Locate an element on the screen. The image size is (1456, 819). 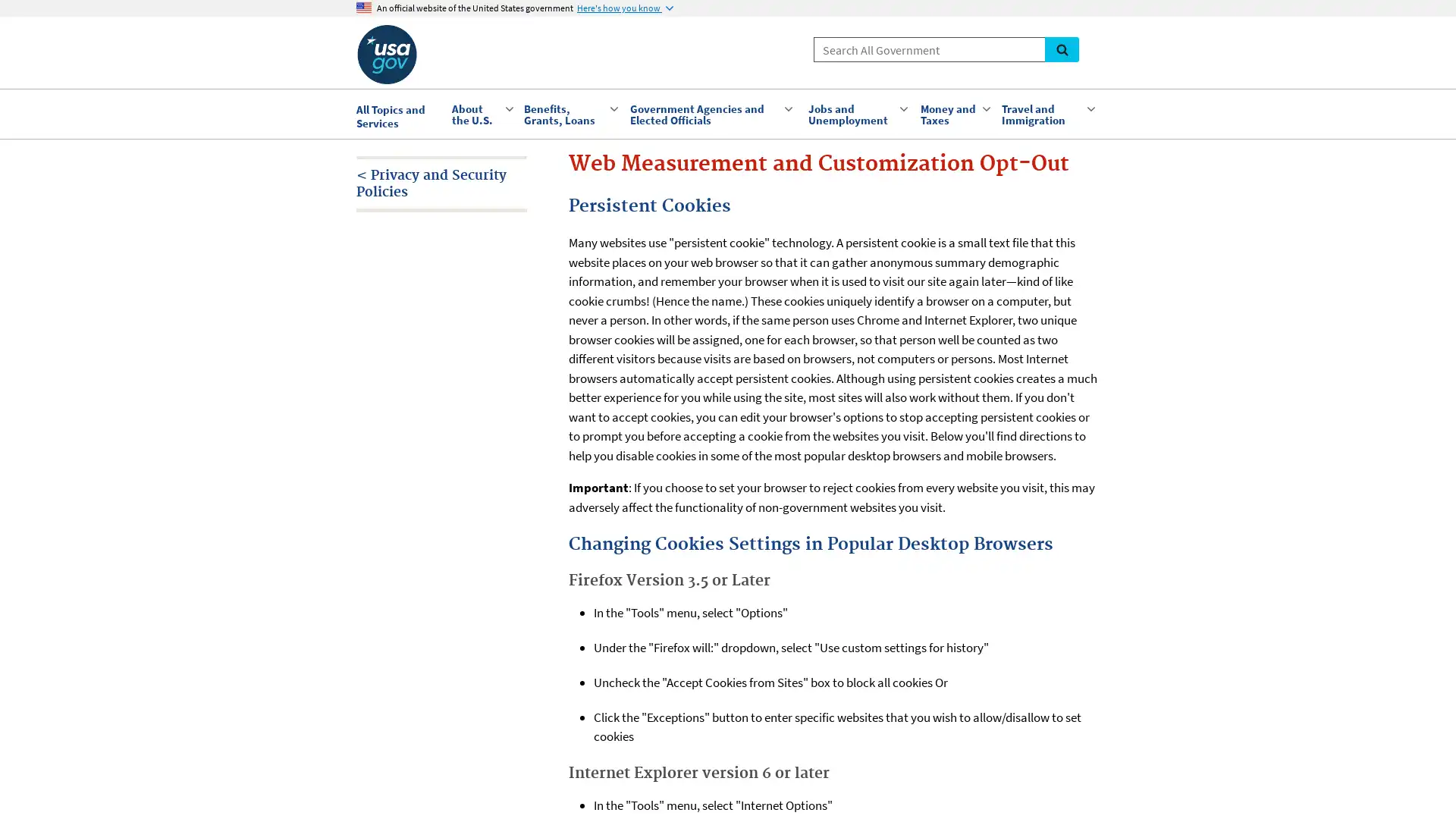
Travel and Immigration is located at coordinates (1046, 113).